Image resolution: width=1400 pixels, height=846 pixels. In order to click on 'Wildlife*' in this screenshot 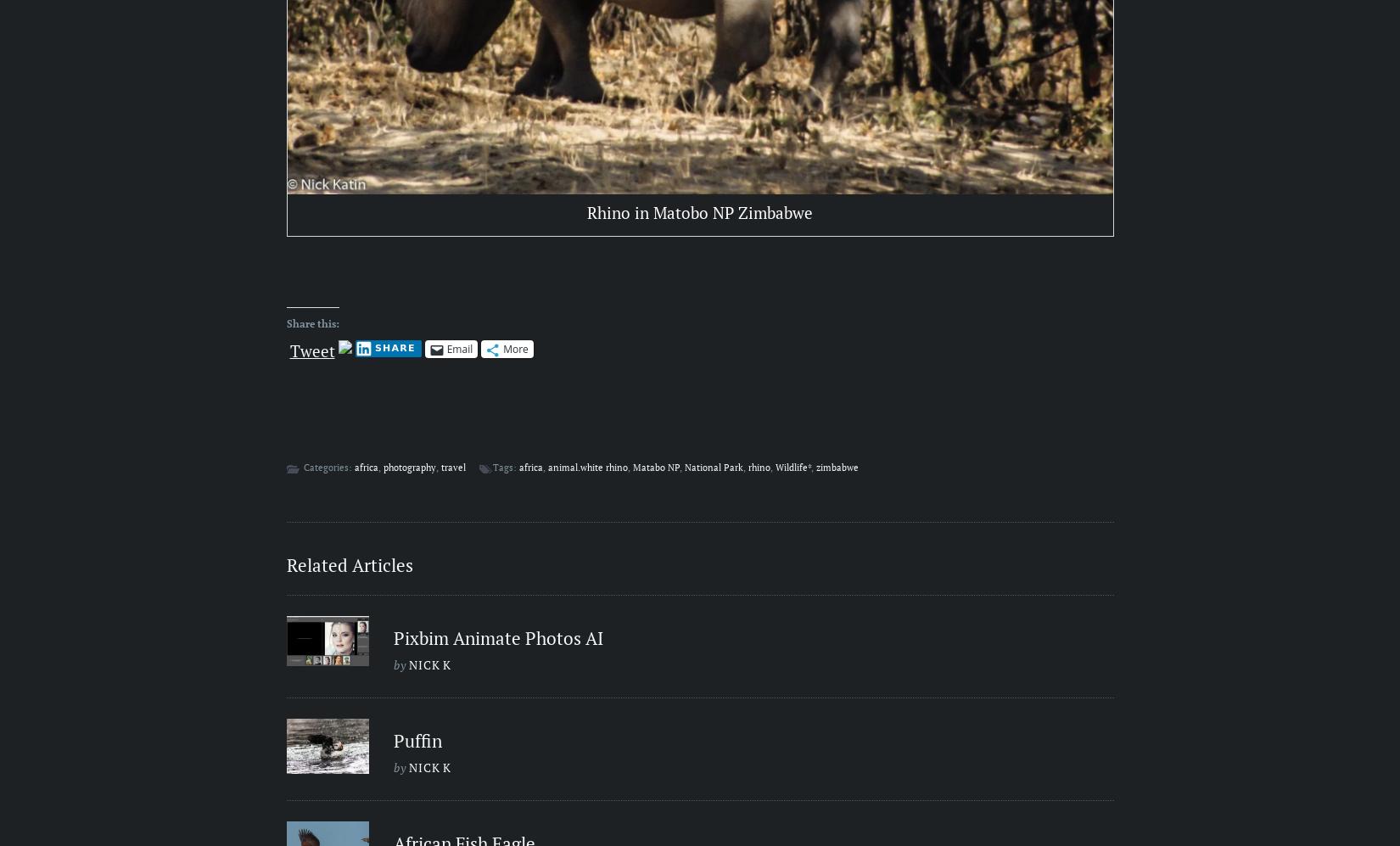, I will do `click(792, 468)`.